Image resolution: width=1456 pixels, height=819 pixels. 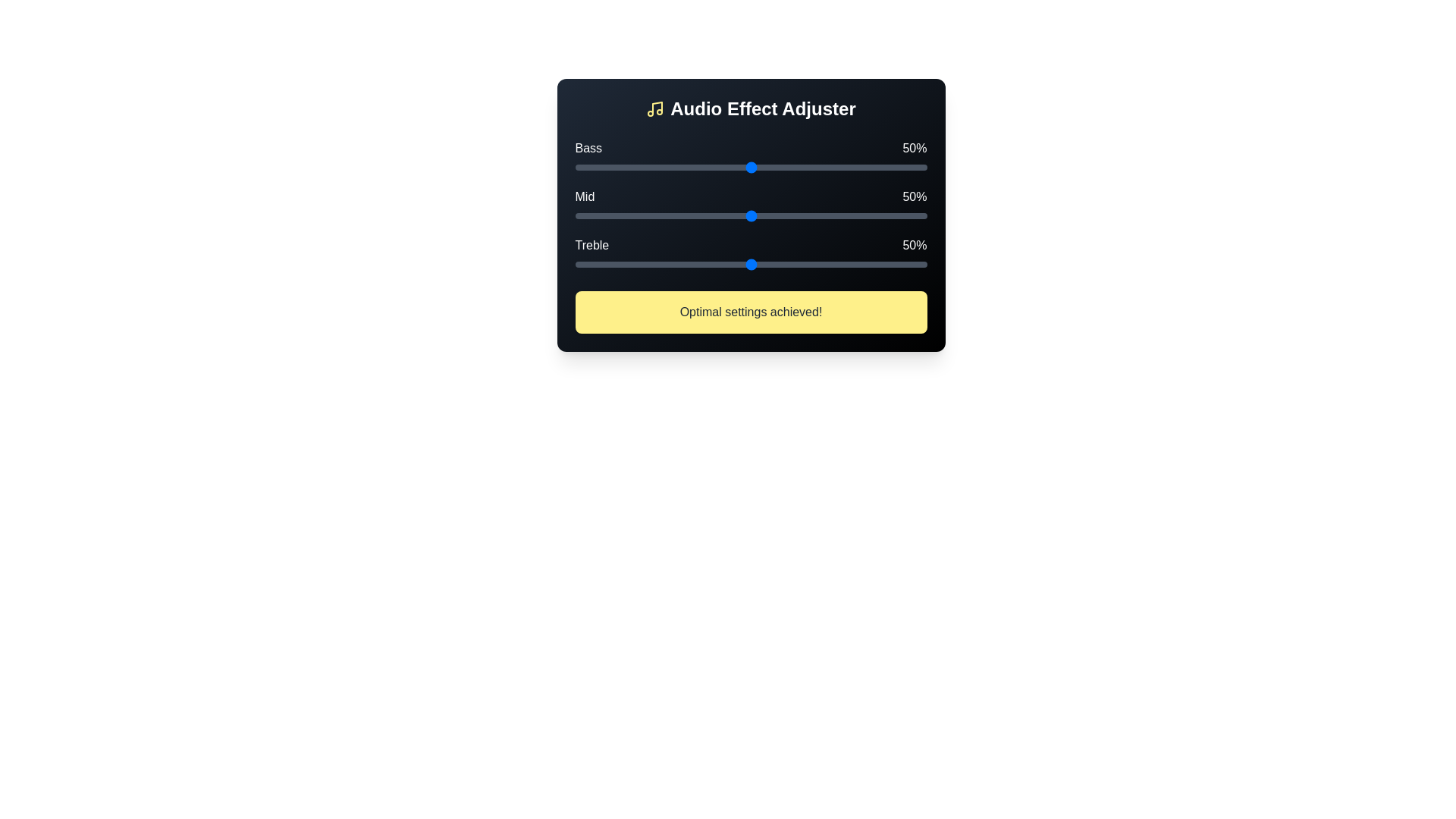 What do you see at coordinates (574, 216) in the screenshot?
I see `the 'Mid' slider to 0%` at bounding box center [574, 216].